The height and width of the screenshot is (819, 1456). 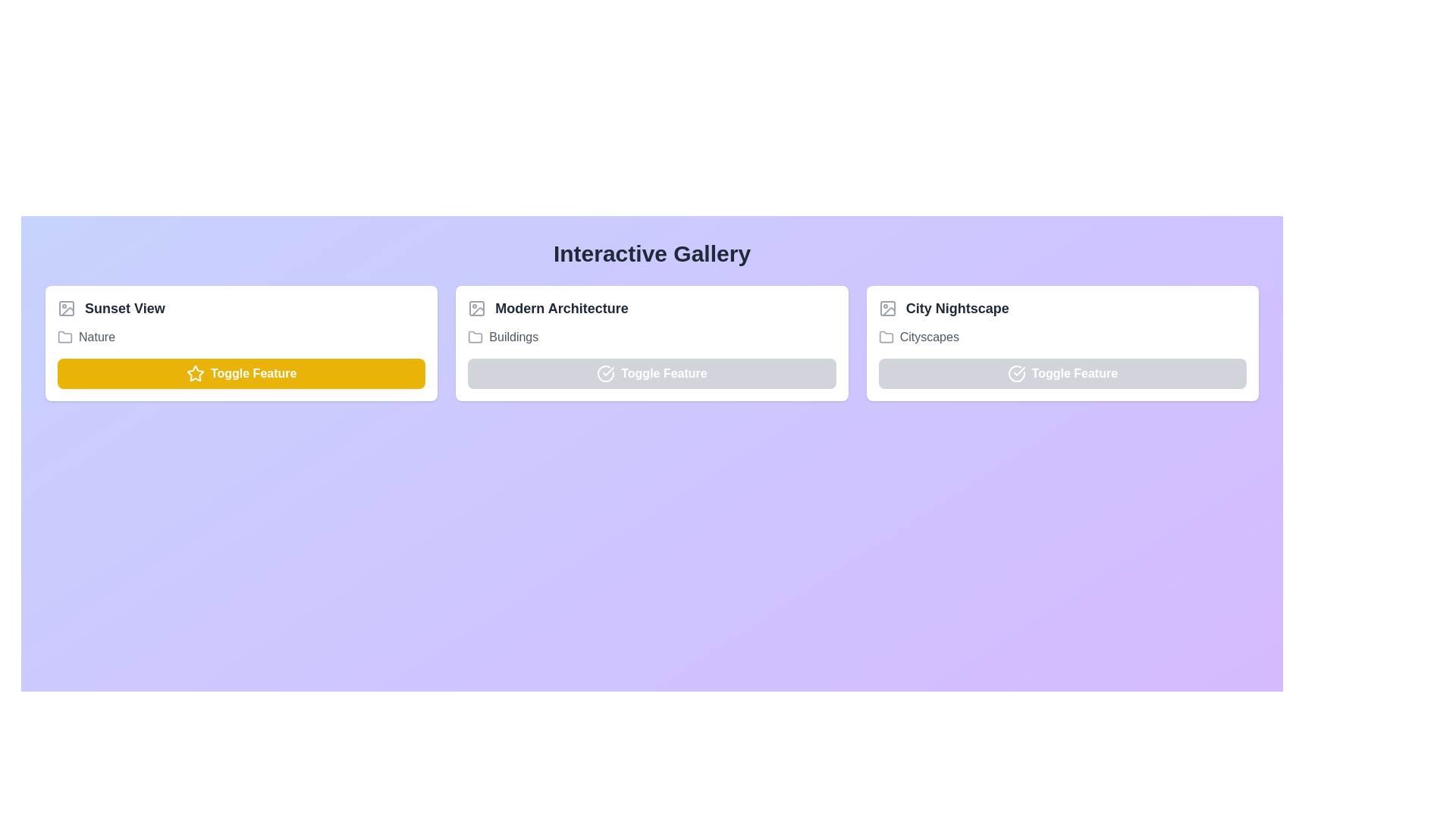 What do you see at coordinates (1062, 374) in the screenshot?
I see `the 'Toggle Feature' button located at the bottom of the 'City Nightscape' card in the 'Interactive Gallery' section` at bounding box center [1062, 374].